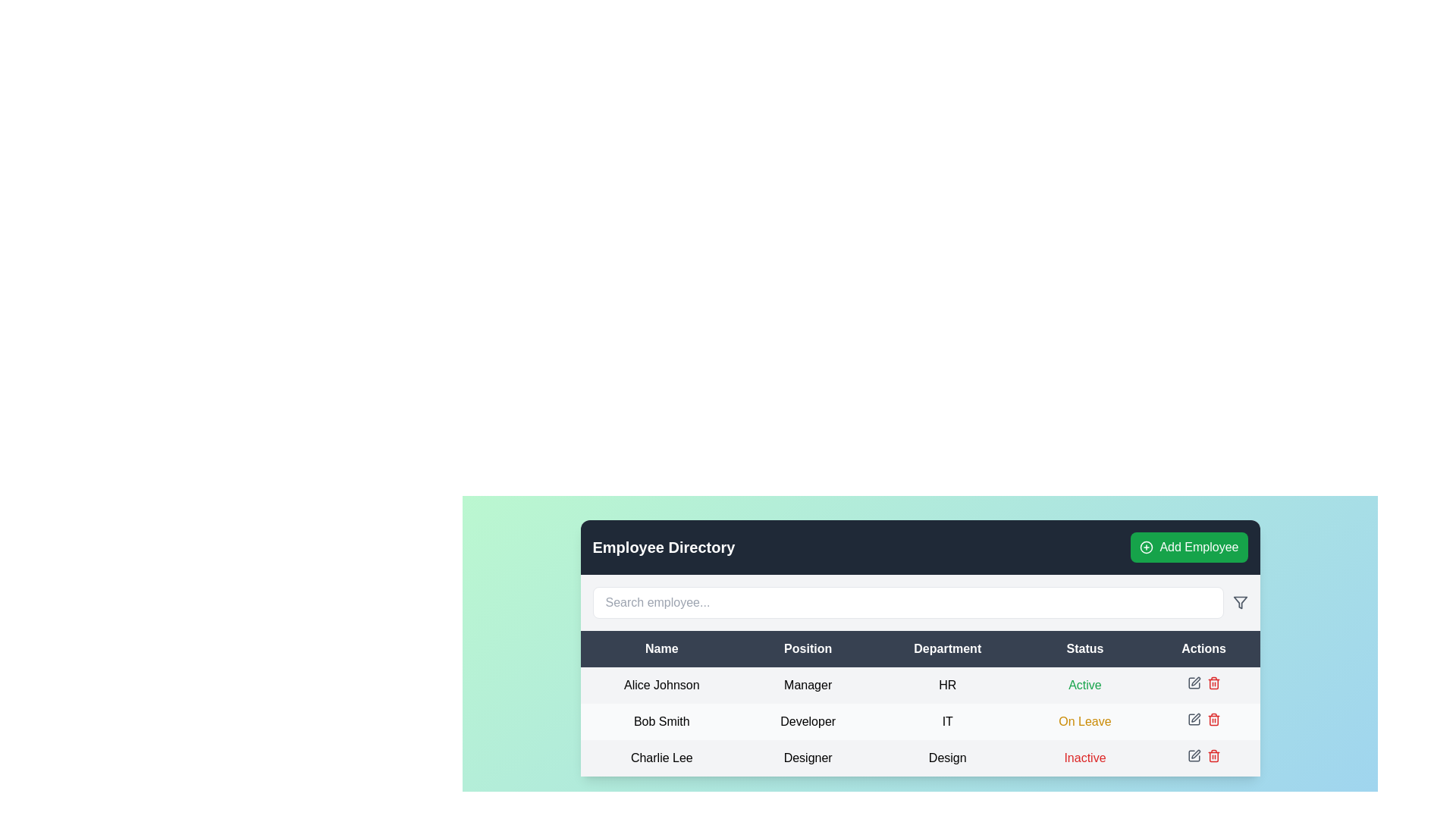  What do you see at coordinates (1213, 755) in the screenshot?
I see `the delete button located in the 'Actions' column of the last row of the table` at bounding box center [1213, 755].